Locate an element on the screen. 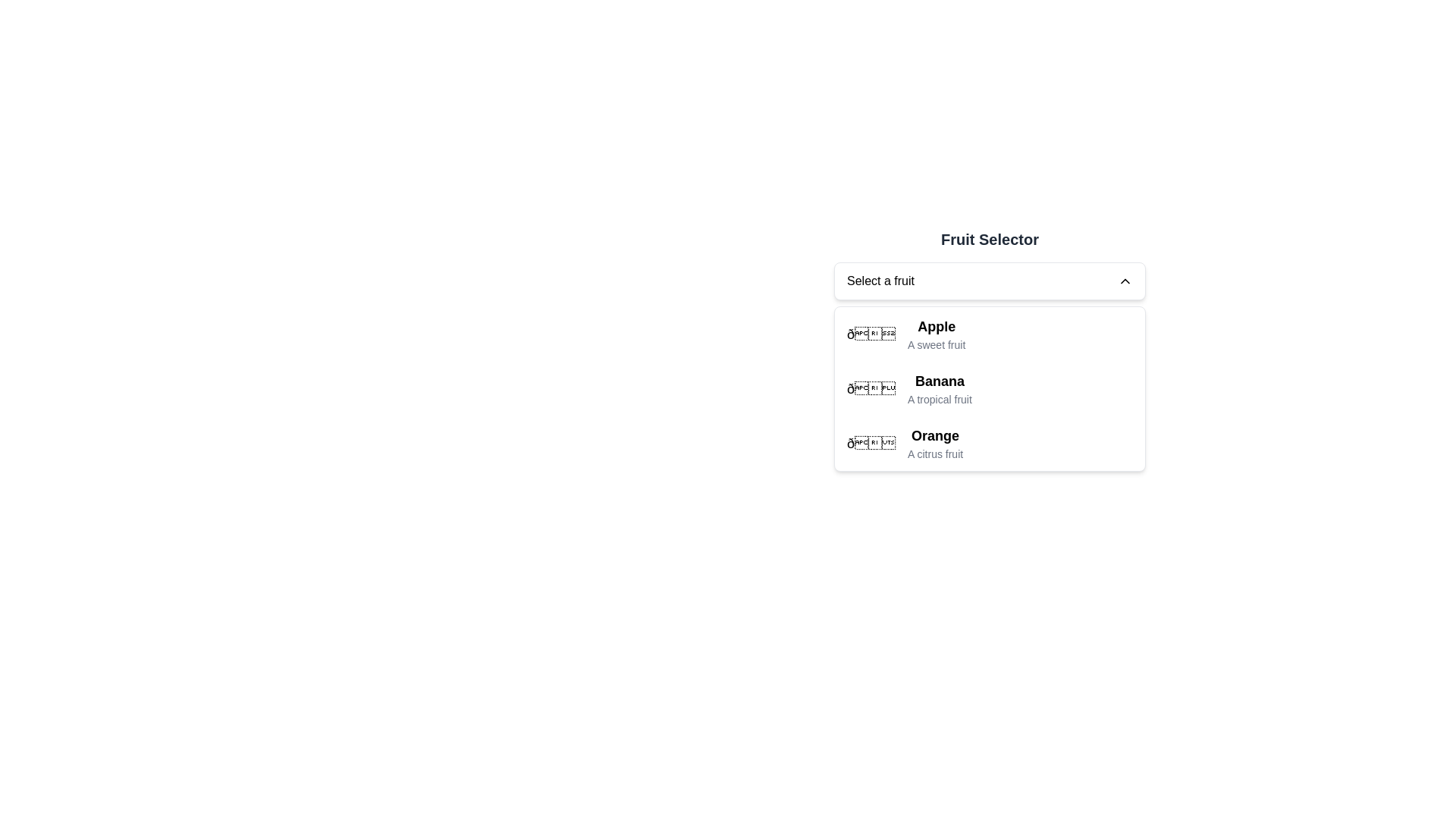 The width and height of the screenshot is (1456, 819). the orange icon located in the fruit selection dropdown, which is the leftmost component of the third item, to associate it with its corresponding text labels 'Orange' and 'A citrus fruit' is located at coordinates (877, 444).